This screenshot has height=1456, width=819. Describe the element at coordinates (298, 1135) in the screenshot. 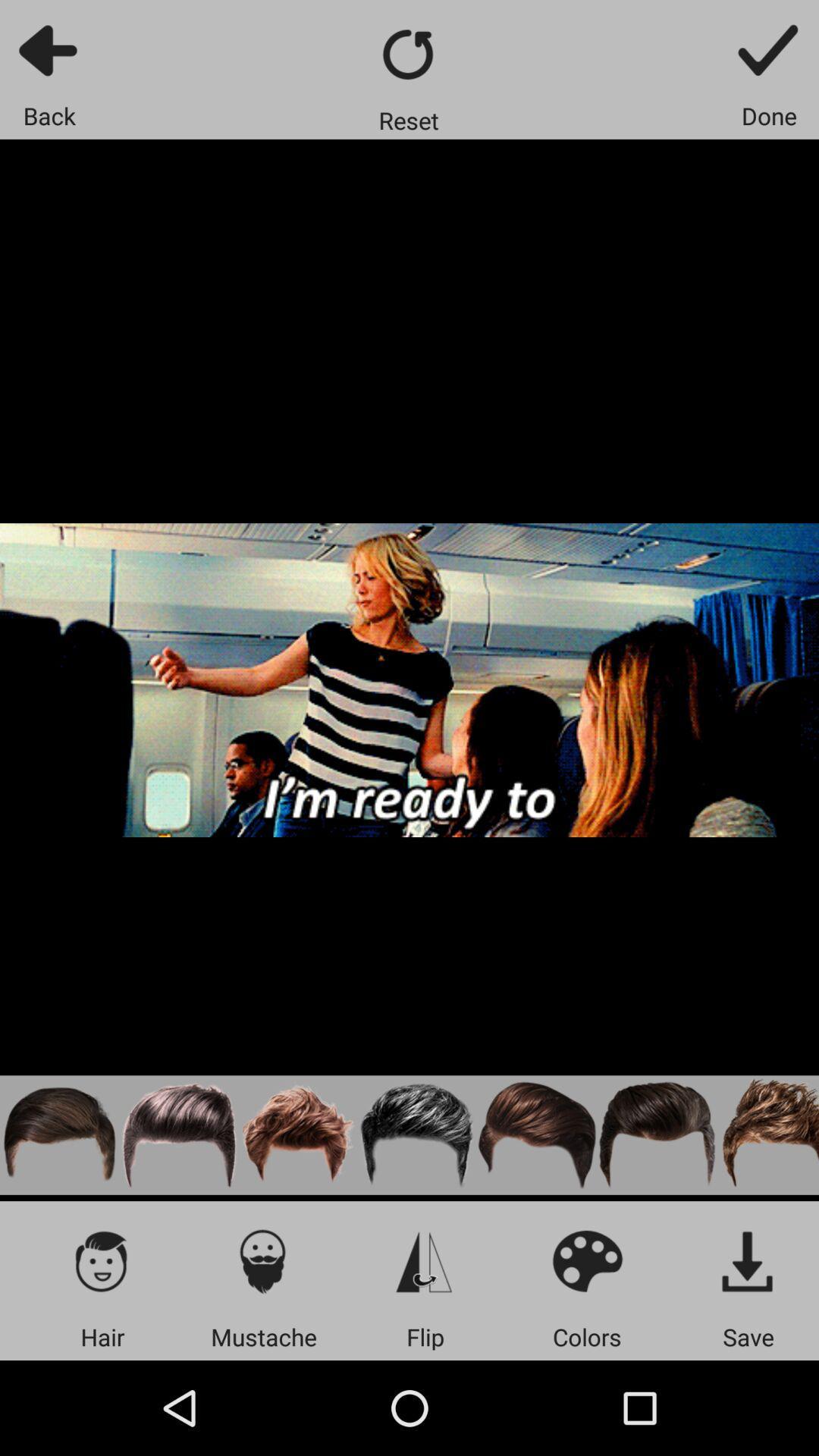

I see `hair style option` at that location.